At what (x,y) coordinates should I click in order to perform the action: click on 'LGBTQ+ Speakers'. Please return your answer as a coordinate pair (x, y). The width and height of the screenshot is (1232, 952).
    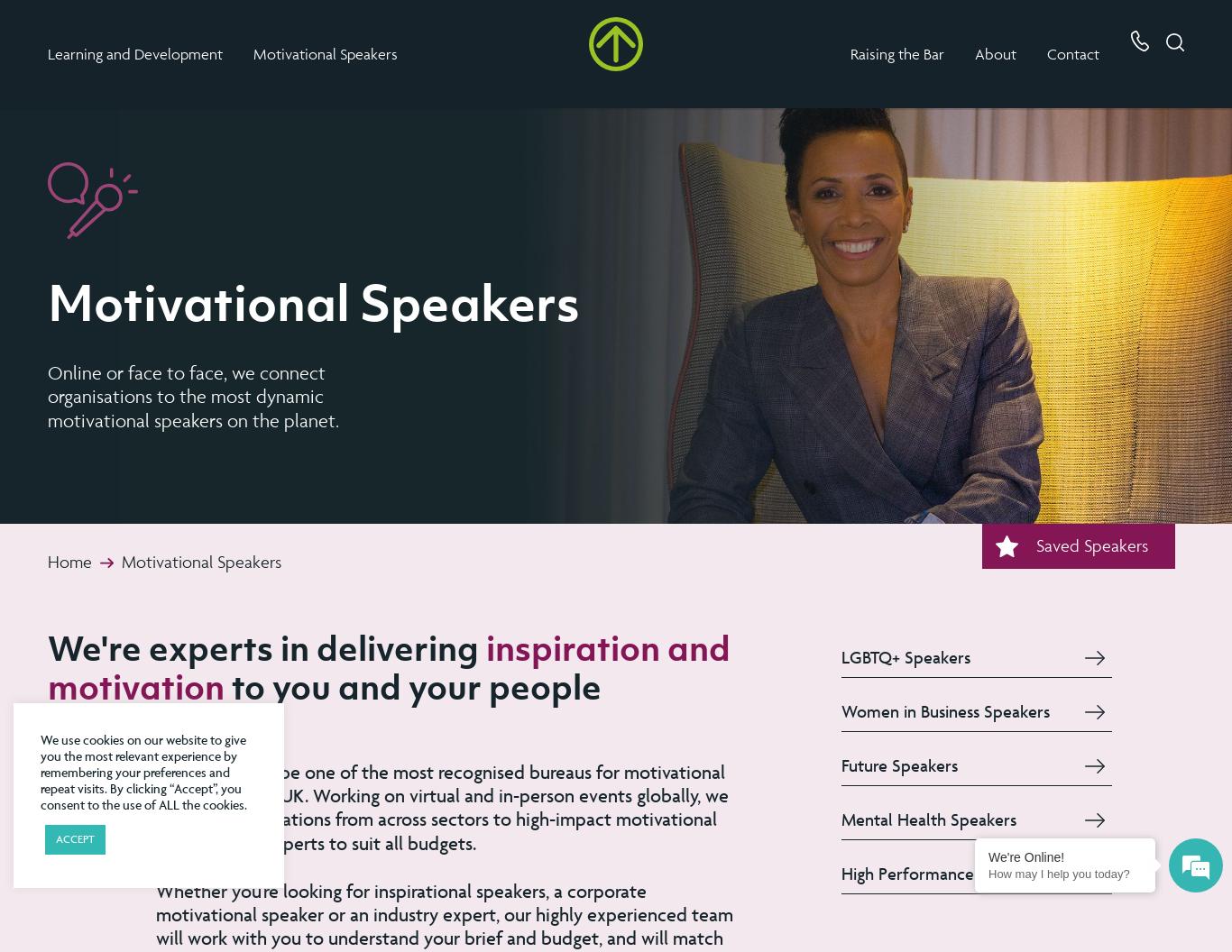
    Looking at the image, I should click on (906, 655).